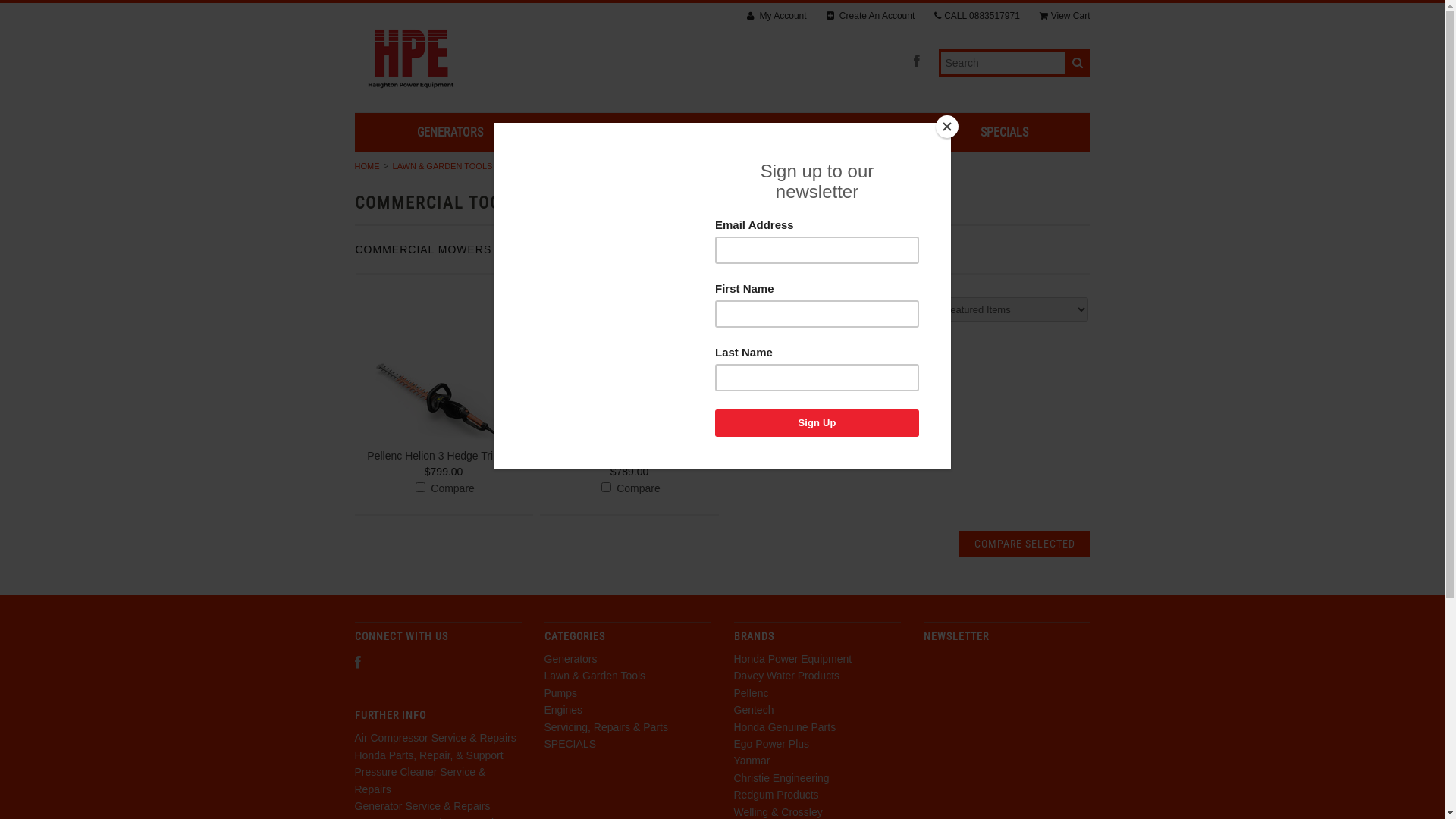  What do you see at coordinates (871, 16) in the screenshot?
I see `'Create An Account'` at bounding box center [871, 16].